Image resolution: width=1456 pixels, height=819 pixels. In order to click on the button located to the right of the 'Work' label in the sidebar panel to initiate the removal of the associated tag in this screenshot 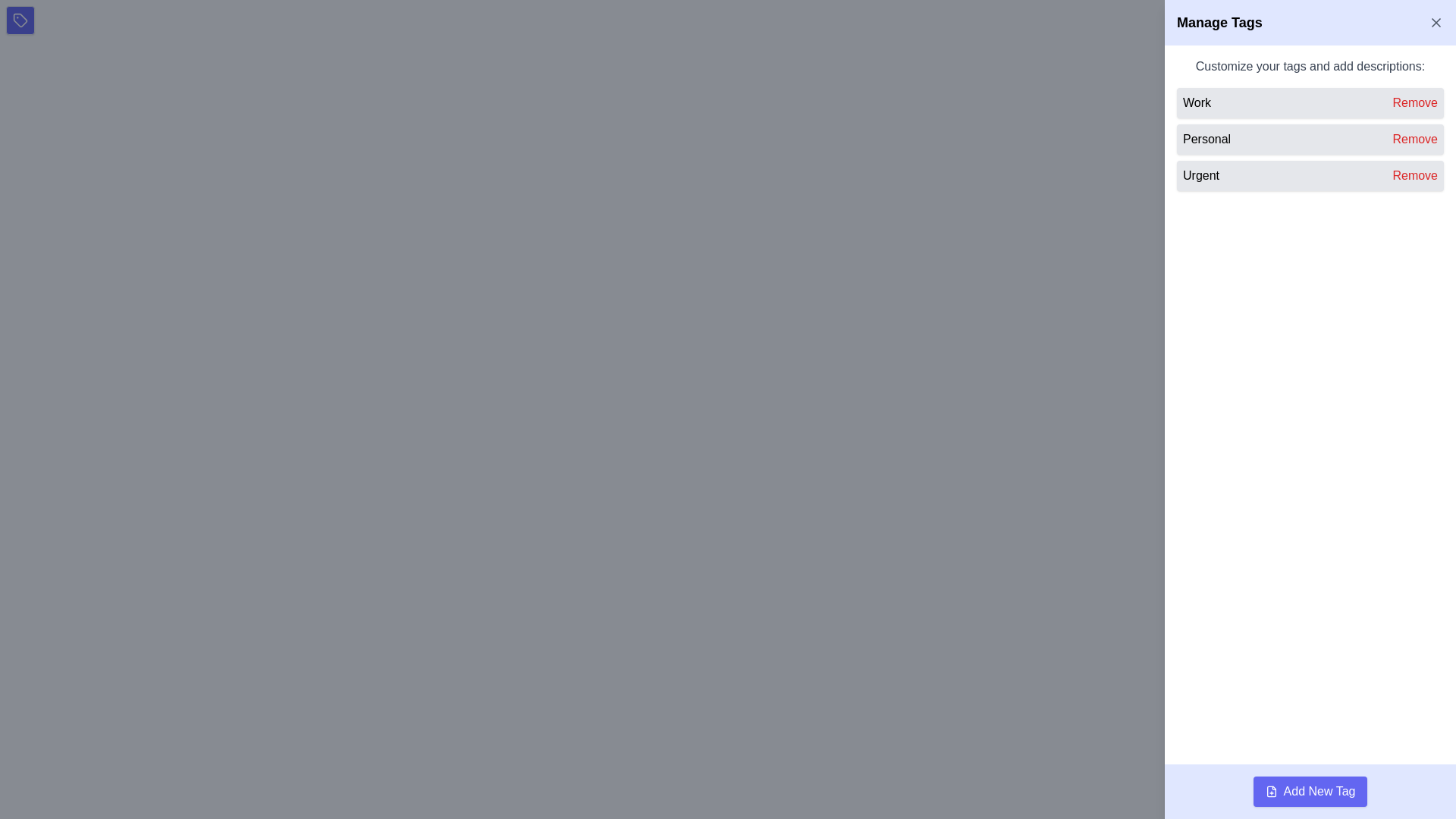, I will do `click(1414, 102)`.